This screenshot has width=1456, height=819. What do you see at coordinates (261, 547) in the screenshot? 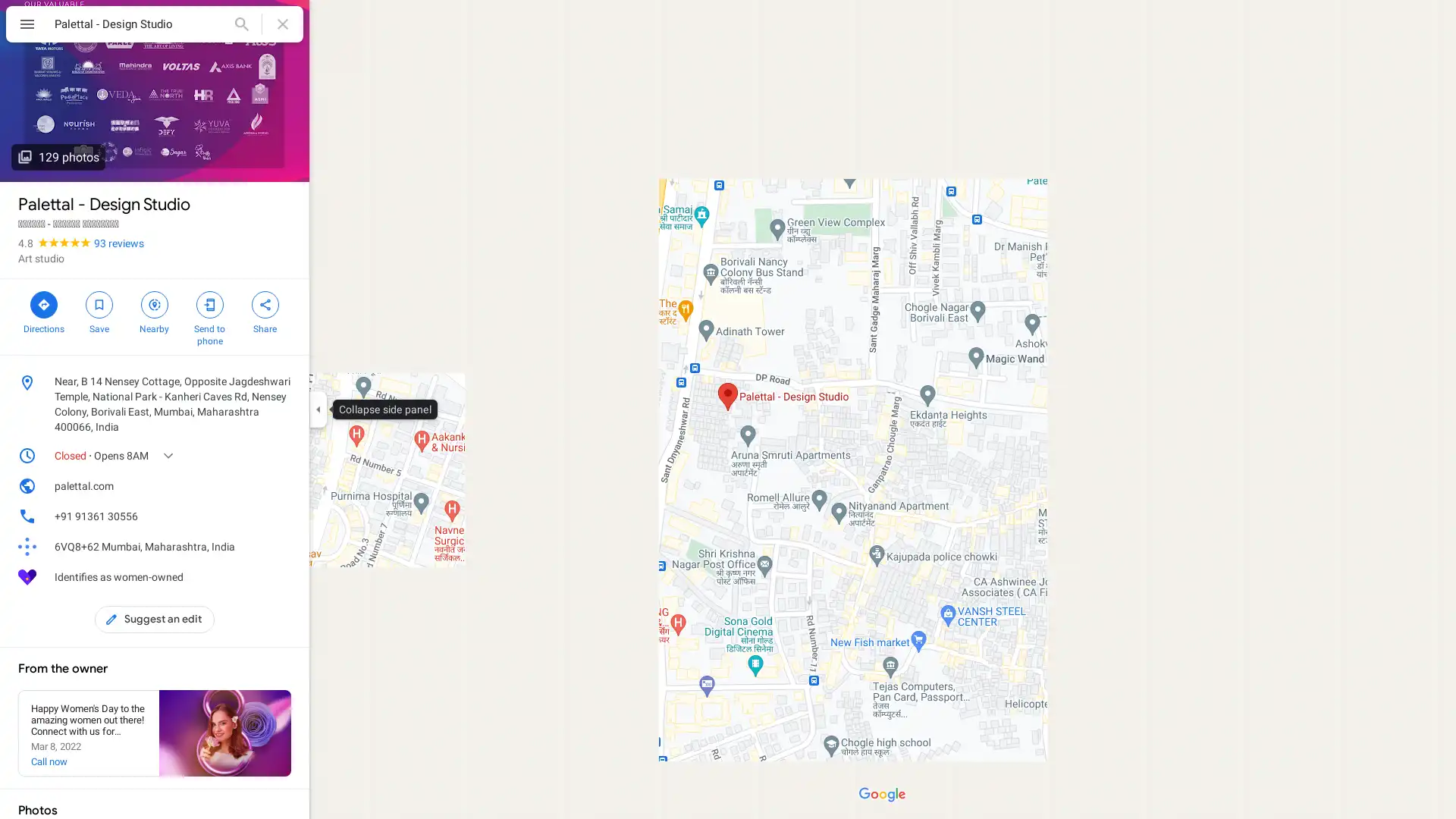
I see `Copy plus code` at bounding box center [261, 547].